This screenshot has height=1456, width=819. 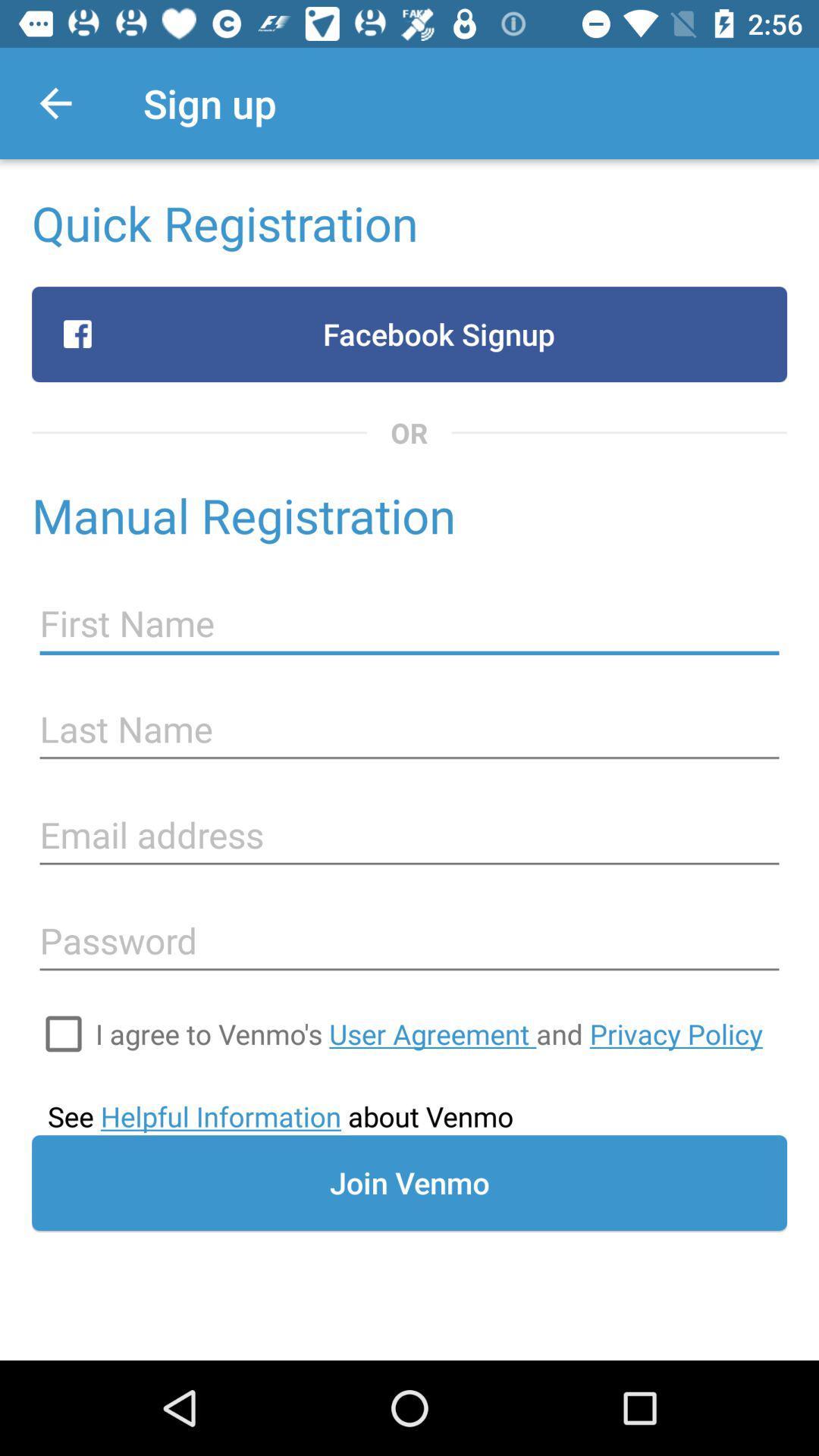 I want to click on the icon below the manual registration icon, so click(x=409, y=623).